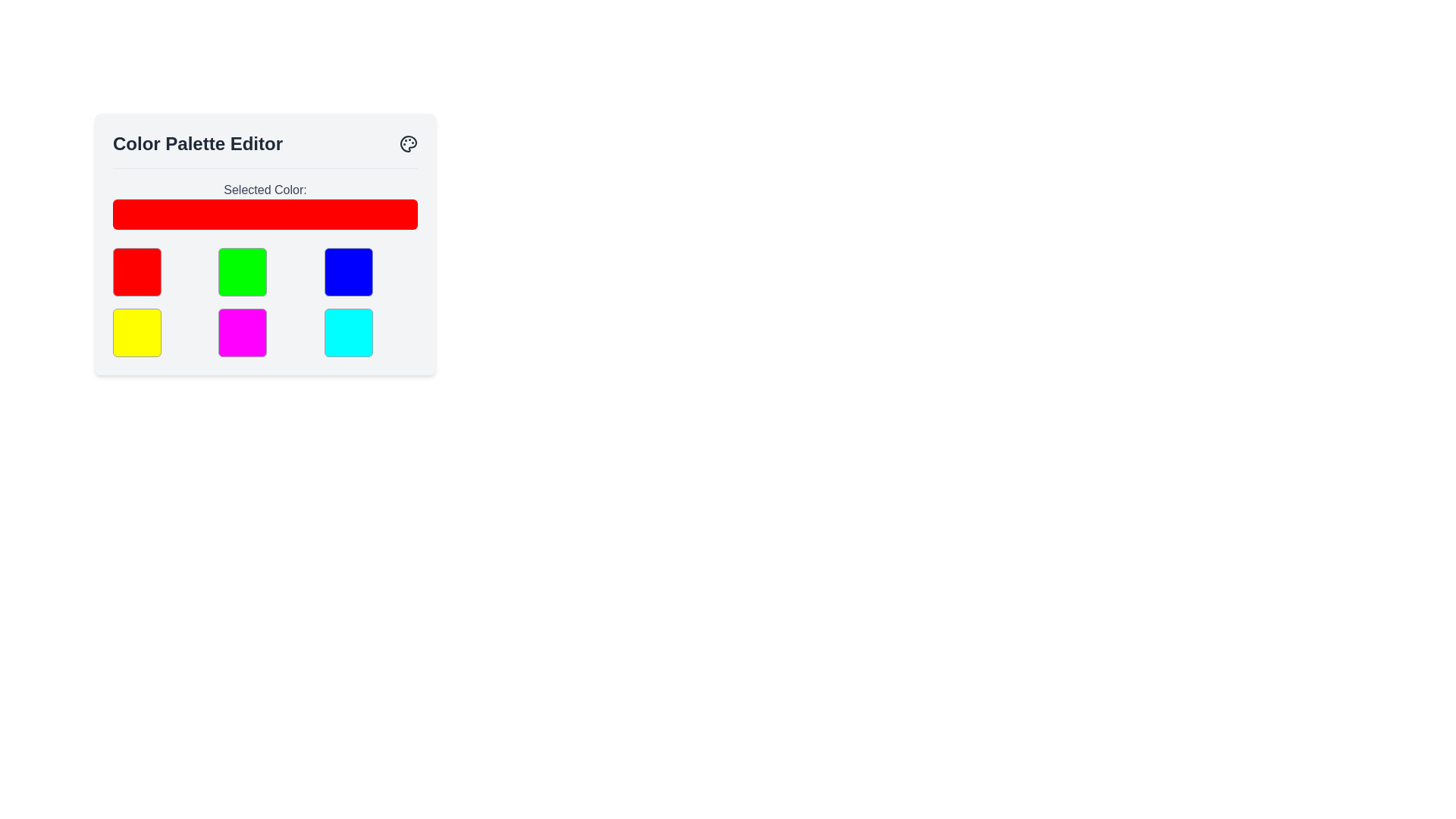 This screenshot has height=819, width=1456. I want to click on the selectable square with a cyan background, rounded corners, and a gray border located in the bottom-right corner of a 3x2 grid, so click(347, 332).